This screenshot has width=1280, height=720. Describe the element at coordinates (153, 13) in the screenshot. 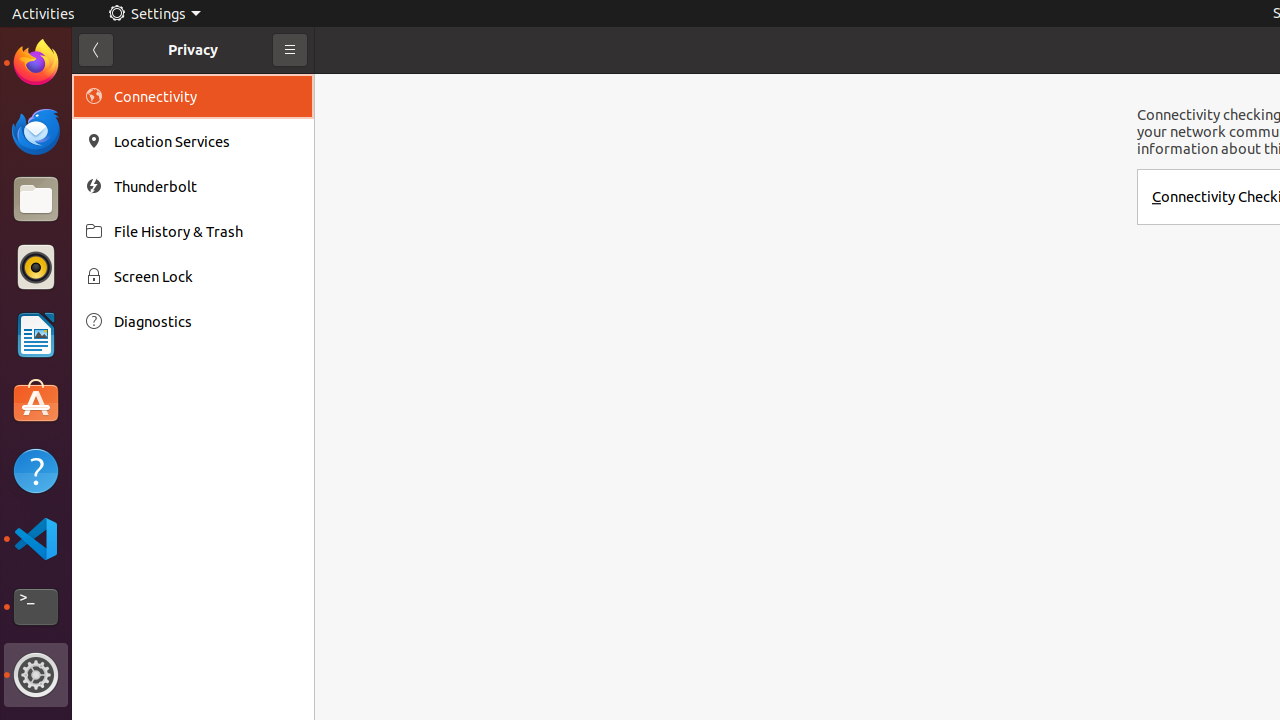

I see `'Settings'` at that location.